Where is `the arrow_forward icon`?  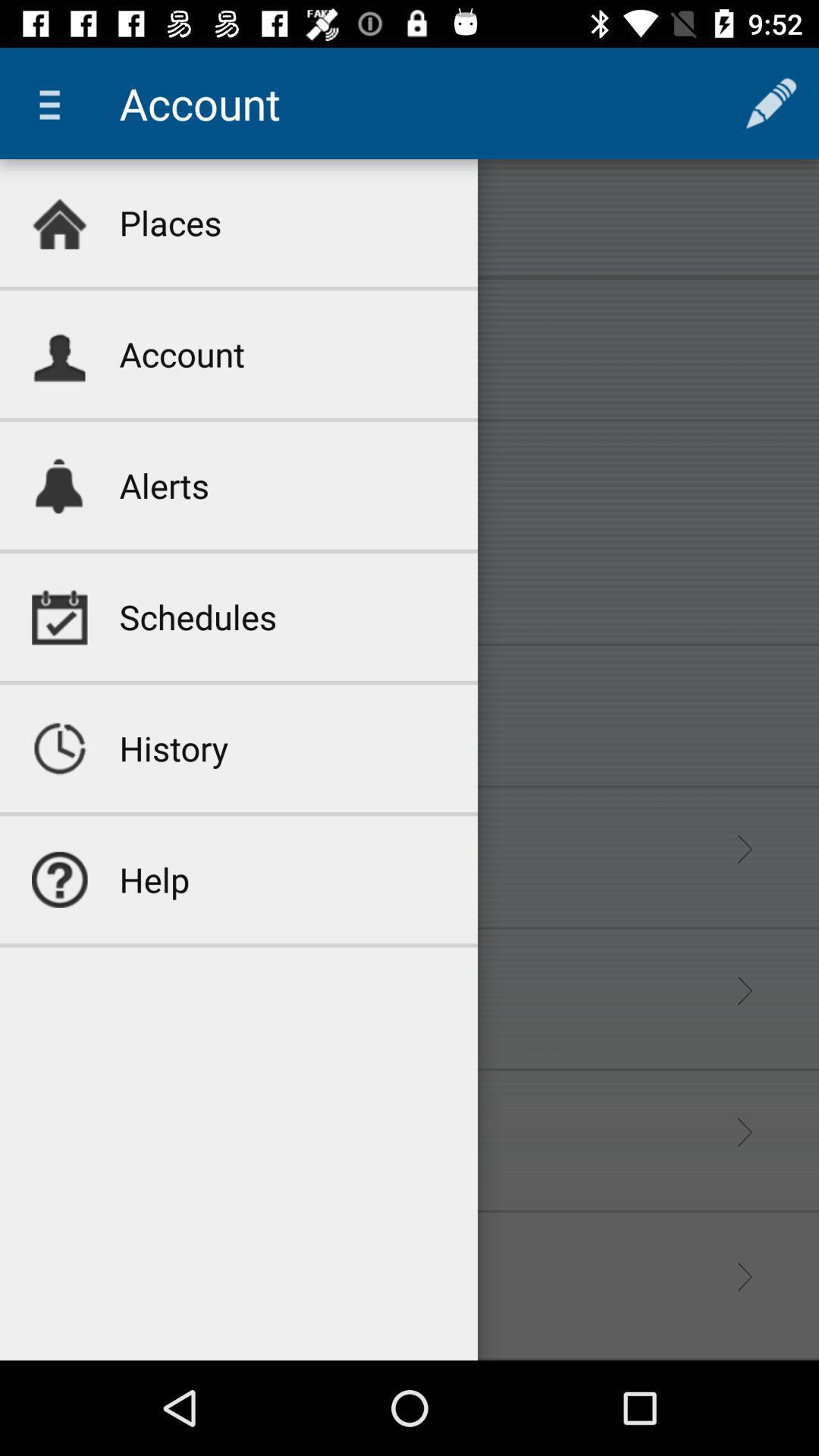 the arrow_forward icon is located at coordinates (744, 1132).